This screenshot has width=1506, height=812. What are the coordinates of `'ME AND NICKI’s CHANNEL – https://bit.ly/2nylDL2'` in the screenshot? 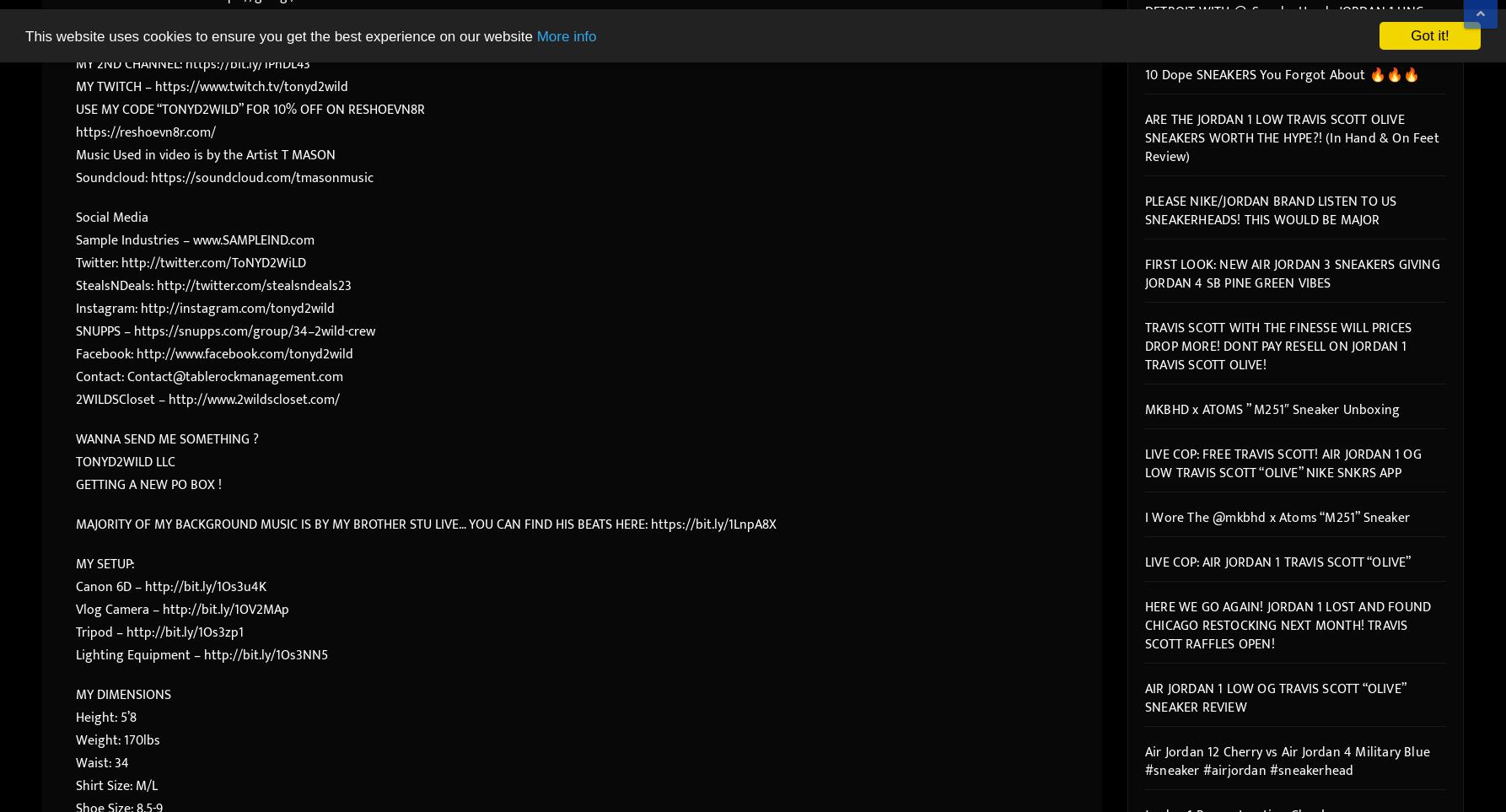 It's located at (76, 41).